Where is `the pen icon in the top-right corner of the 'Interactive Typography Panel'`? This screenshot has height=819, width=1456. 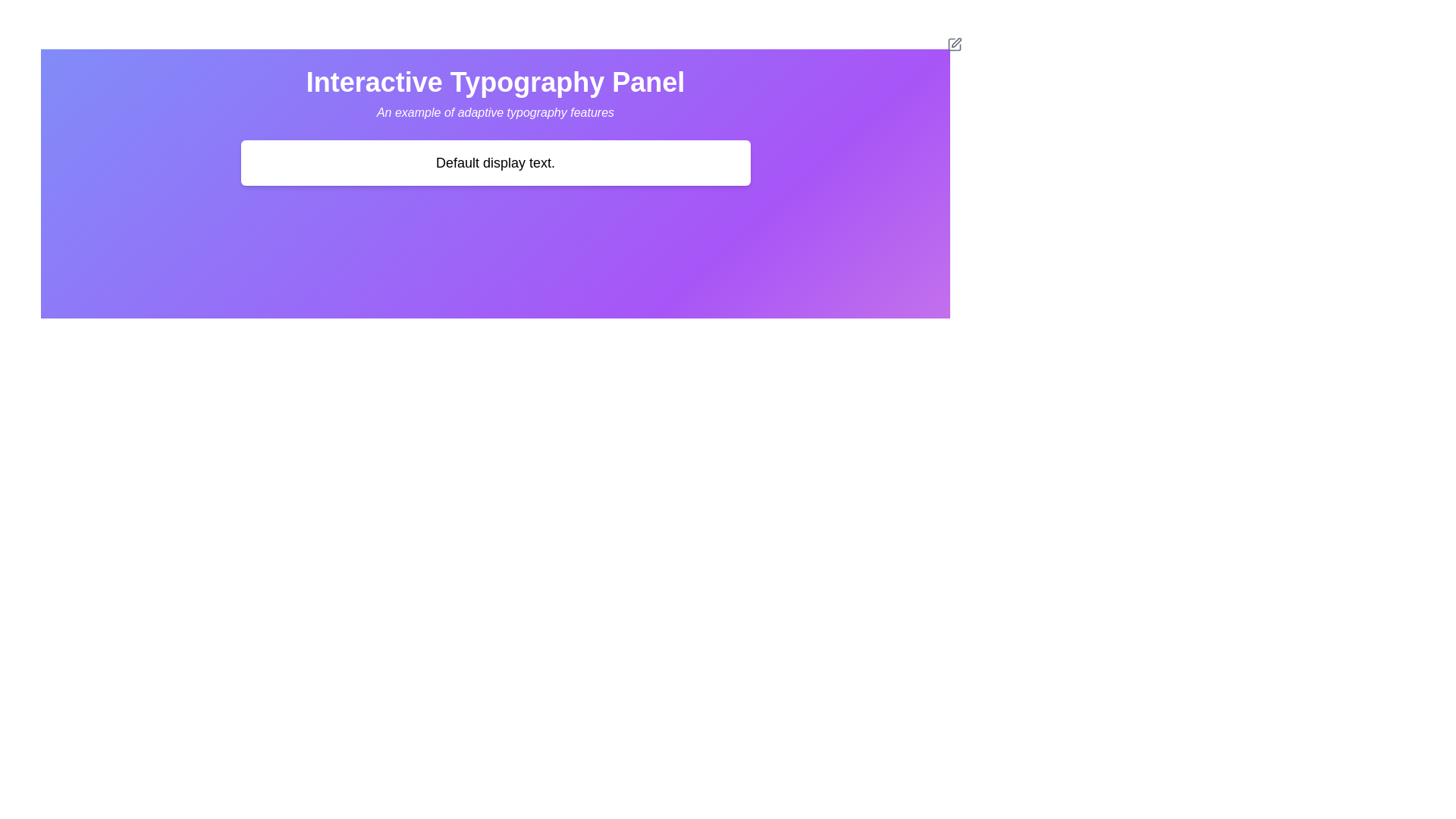 the pen icon in the top-right corner of the 'Interactive Typography Panel' is located at coordinates (955, 42).